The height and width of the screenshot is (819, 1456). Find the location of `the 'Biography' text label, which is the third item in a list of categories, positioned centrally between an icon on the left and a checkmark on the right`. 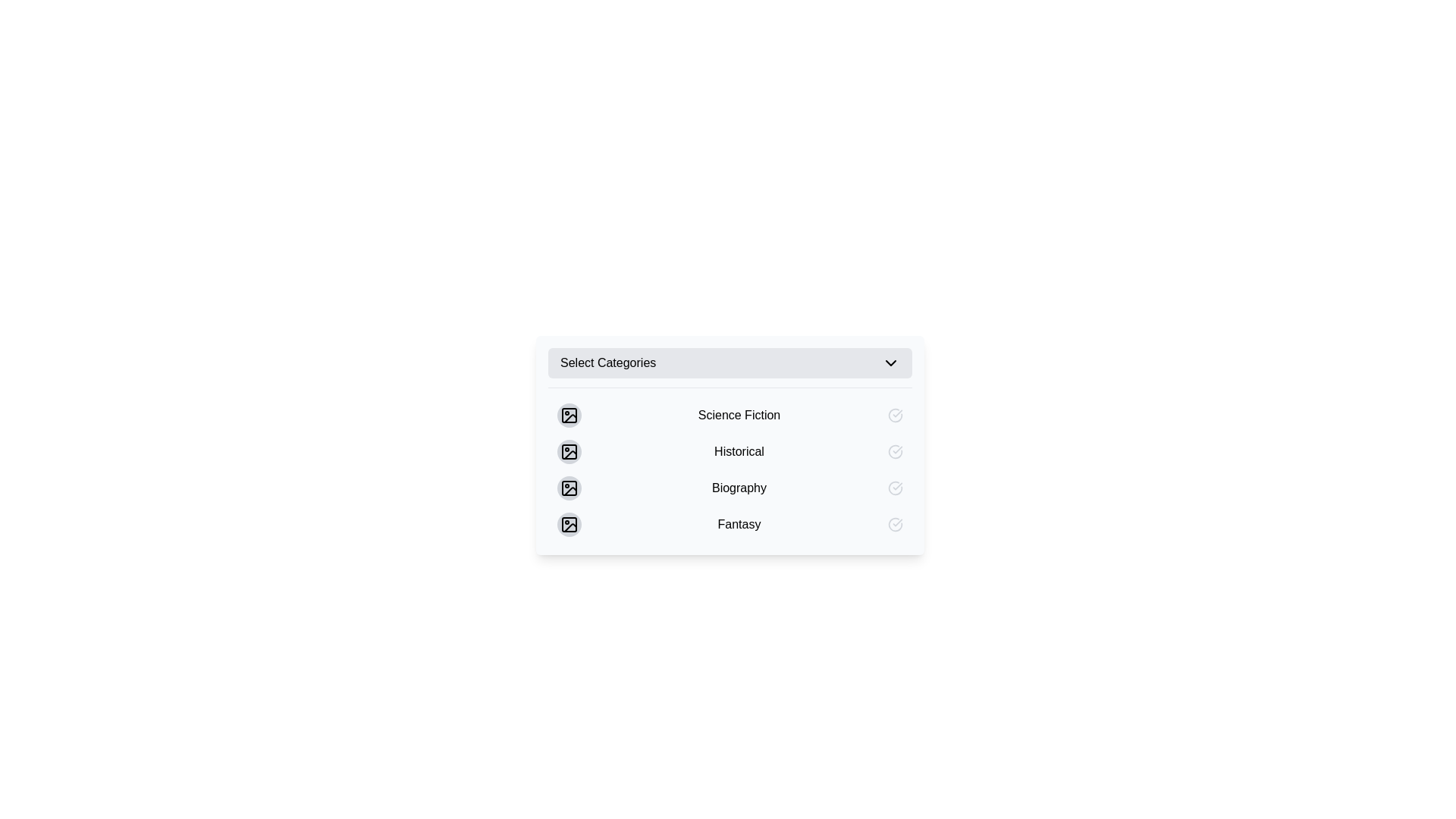

the 'Biography' text label, which is the third item in a list of categories, positioned centrally between an icon on the left and a checkmark on the right is located at coordinates (739, 488).